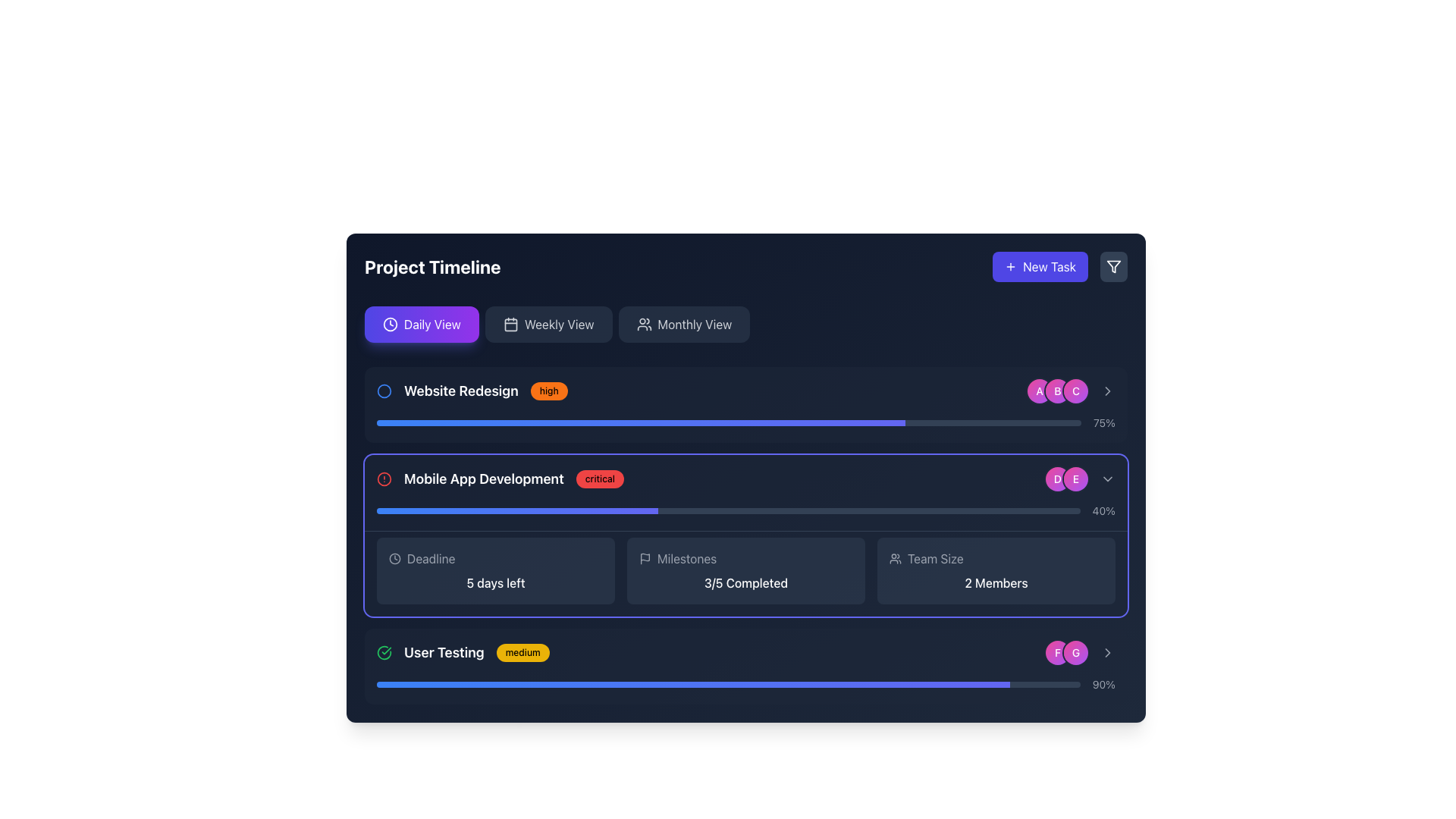 This screenshot has width=1456, height=819. I want to click on the Text Label displaying '3/5 Completed' in white color within the 'Milestones' sub-panel of the 'Mobile App Development' section, so click(745, 582).